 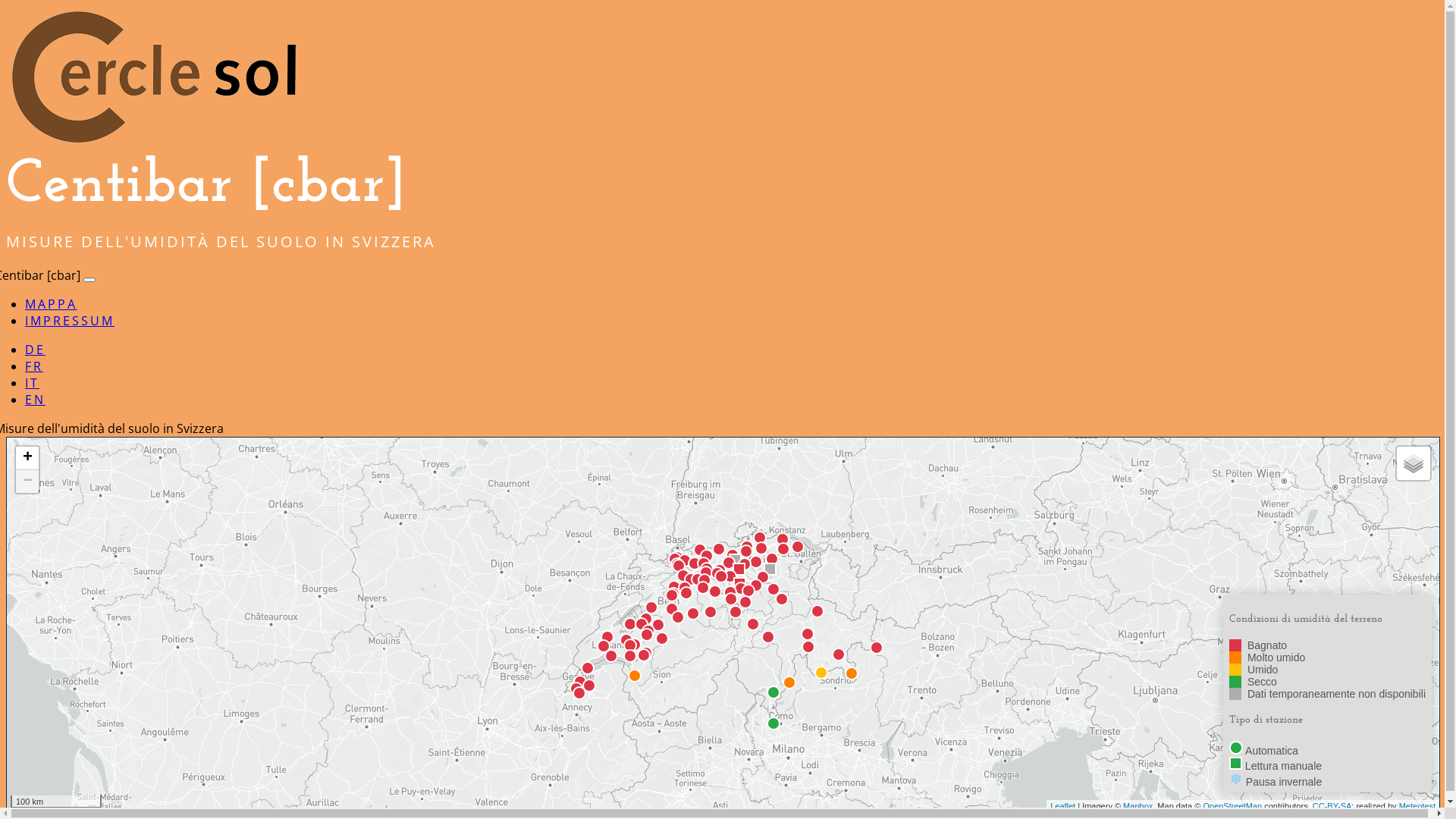 I want to click on 'IT', so click(x=25, y=382).